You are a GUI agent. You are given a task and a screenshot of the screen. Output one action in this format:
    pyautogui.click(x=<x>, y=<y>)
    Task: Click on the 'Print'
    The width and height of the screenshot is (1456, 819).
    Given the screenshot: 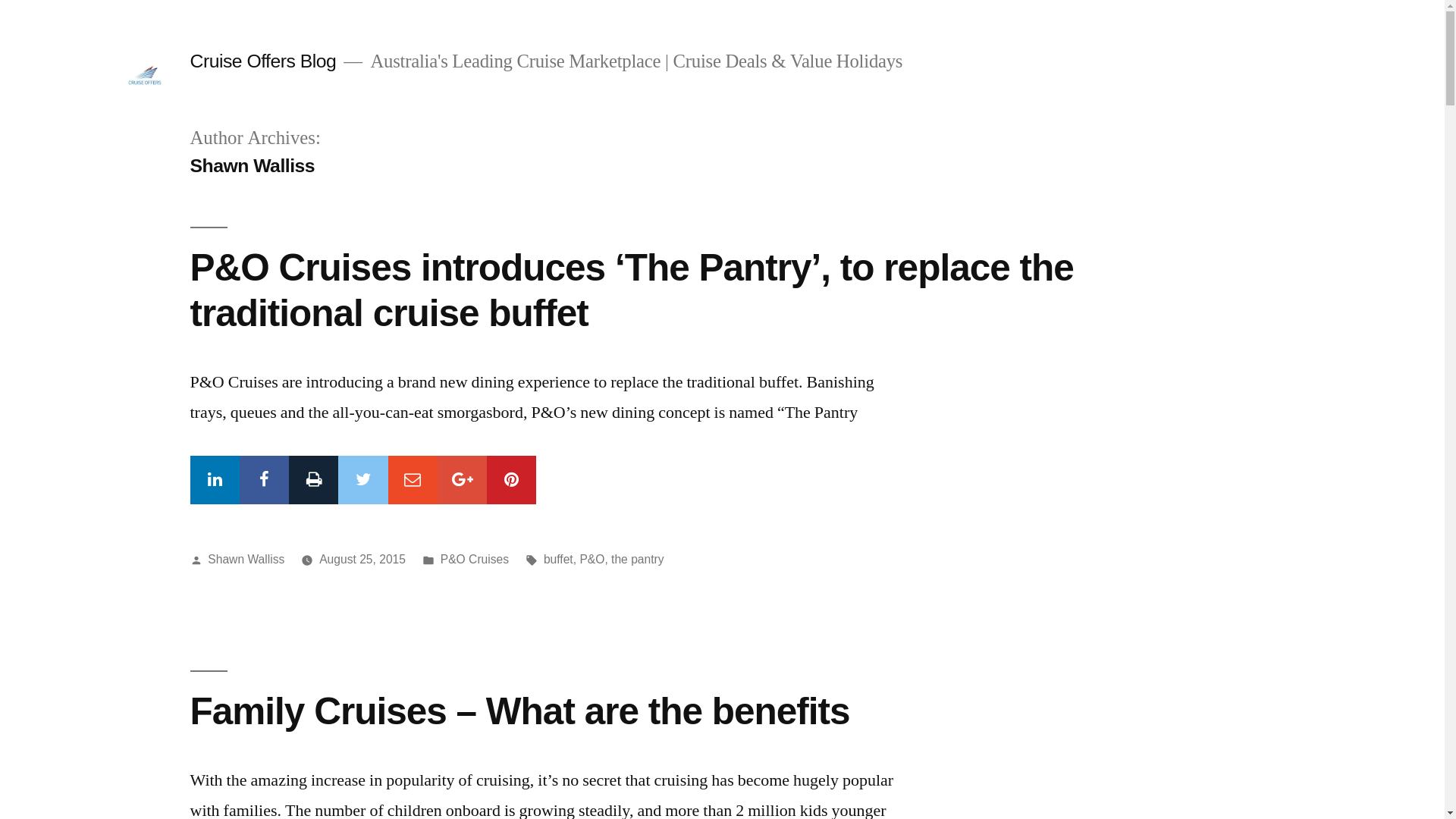 What is the action you would take?
    pyautogui.click(x=312, y=479)
    